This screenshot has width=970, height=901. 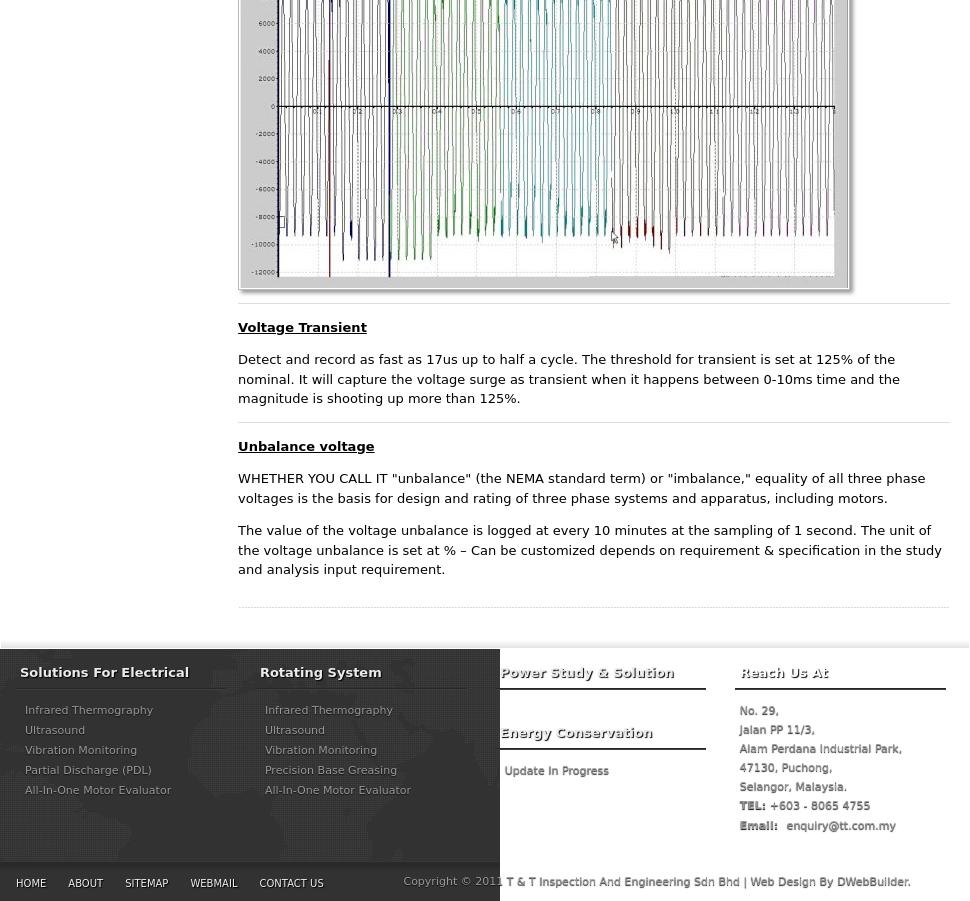 I want to click on 'No. 29,', so click(x=738, y=709).